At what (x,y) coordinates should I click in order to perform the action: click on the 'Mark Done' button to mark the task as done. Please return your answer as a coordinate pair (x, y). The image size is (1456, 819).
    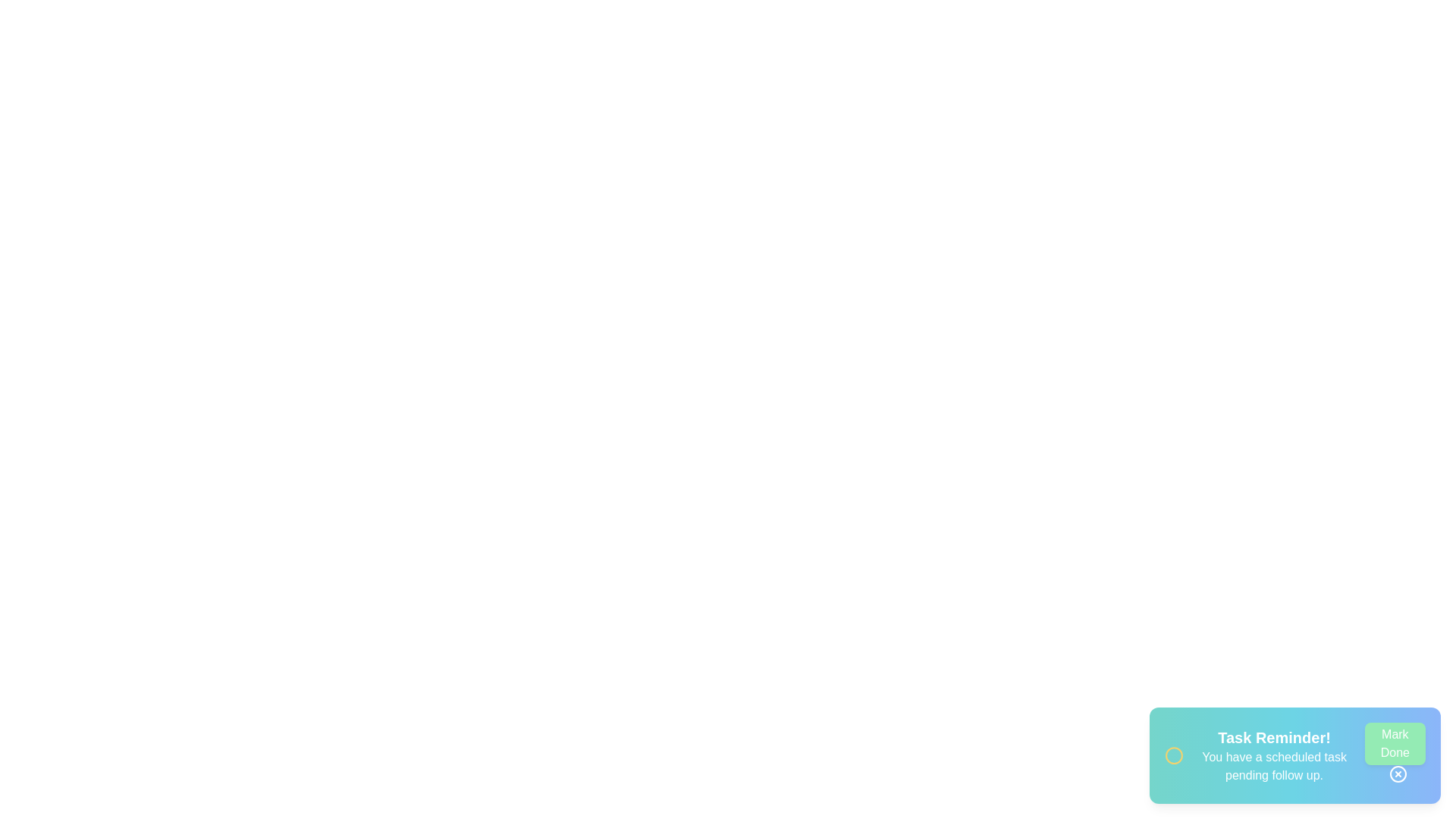
    Looking at the image, I should click on (1395, 742).